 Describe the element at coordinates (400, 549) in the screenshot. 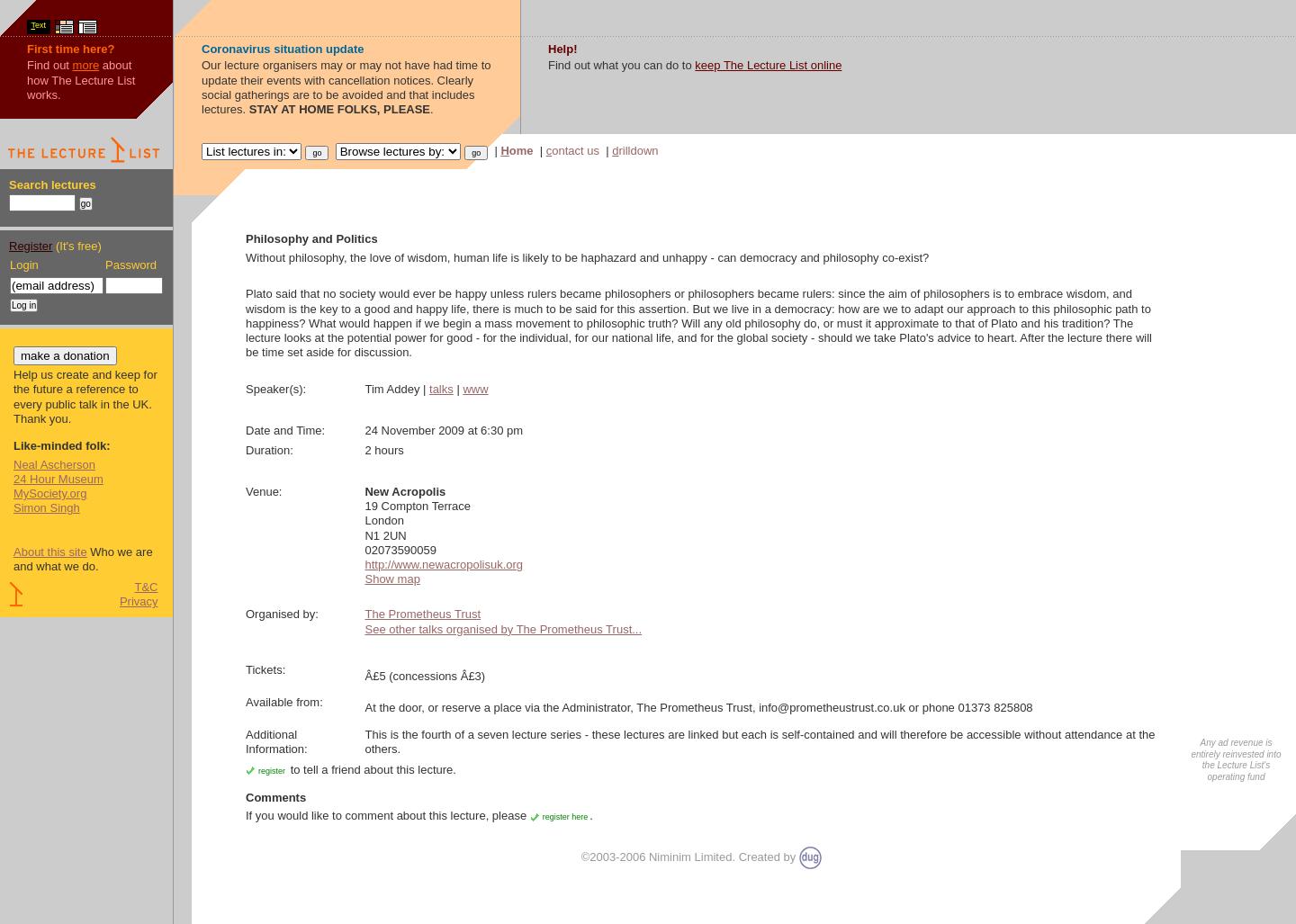

I see `'02073590059'` at that location.